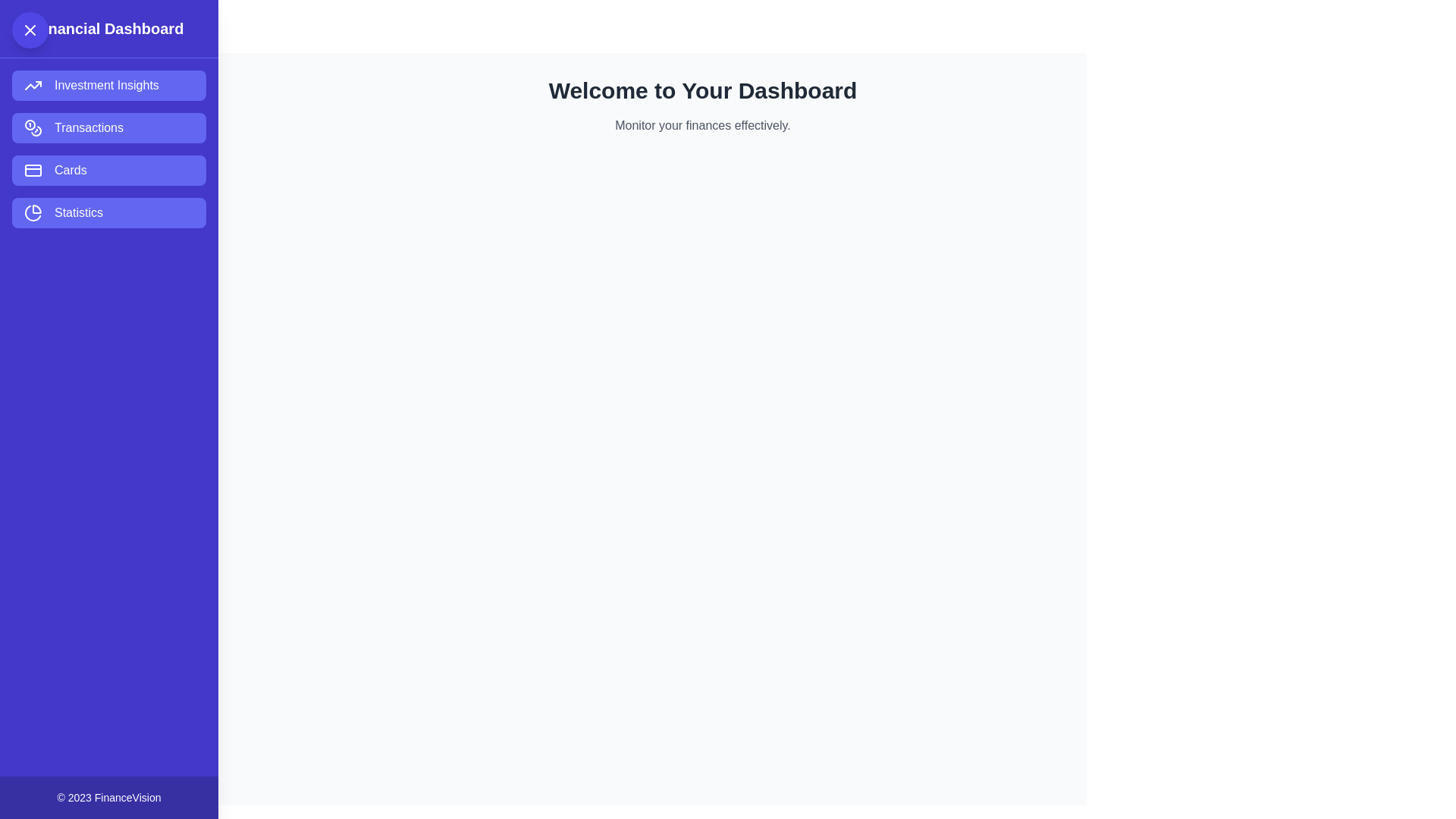 The image size is (1456, 819). What do you see at coordinates (108, 29) in the screenshot?
I see `the 'Financial Dashboard' label, which is a bold, large-font title located at the top of the sidebar with a blue background` at bounding box center [108, 29].